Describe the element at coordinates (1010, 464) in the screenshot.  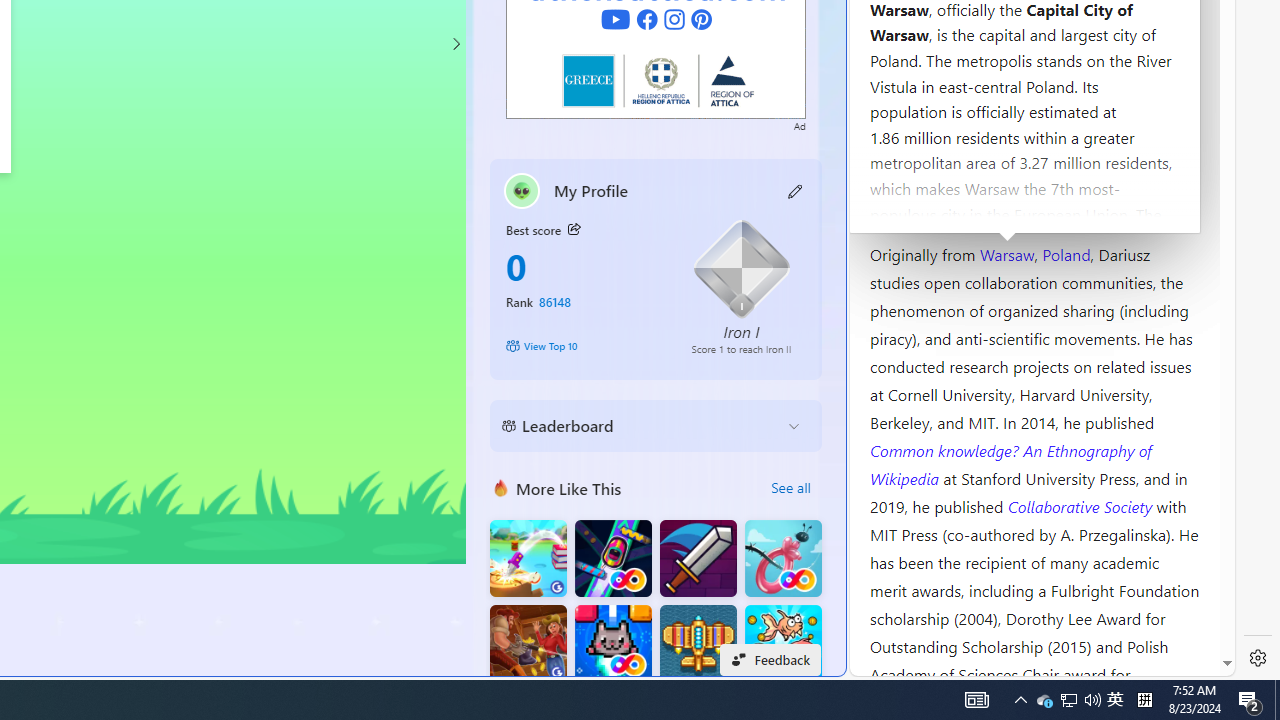
I see `'Common knowledge? An Ethnography of Wikipedia'` at that location.